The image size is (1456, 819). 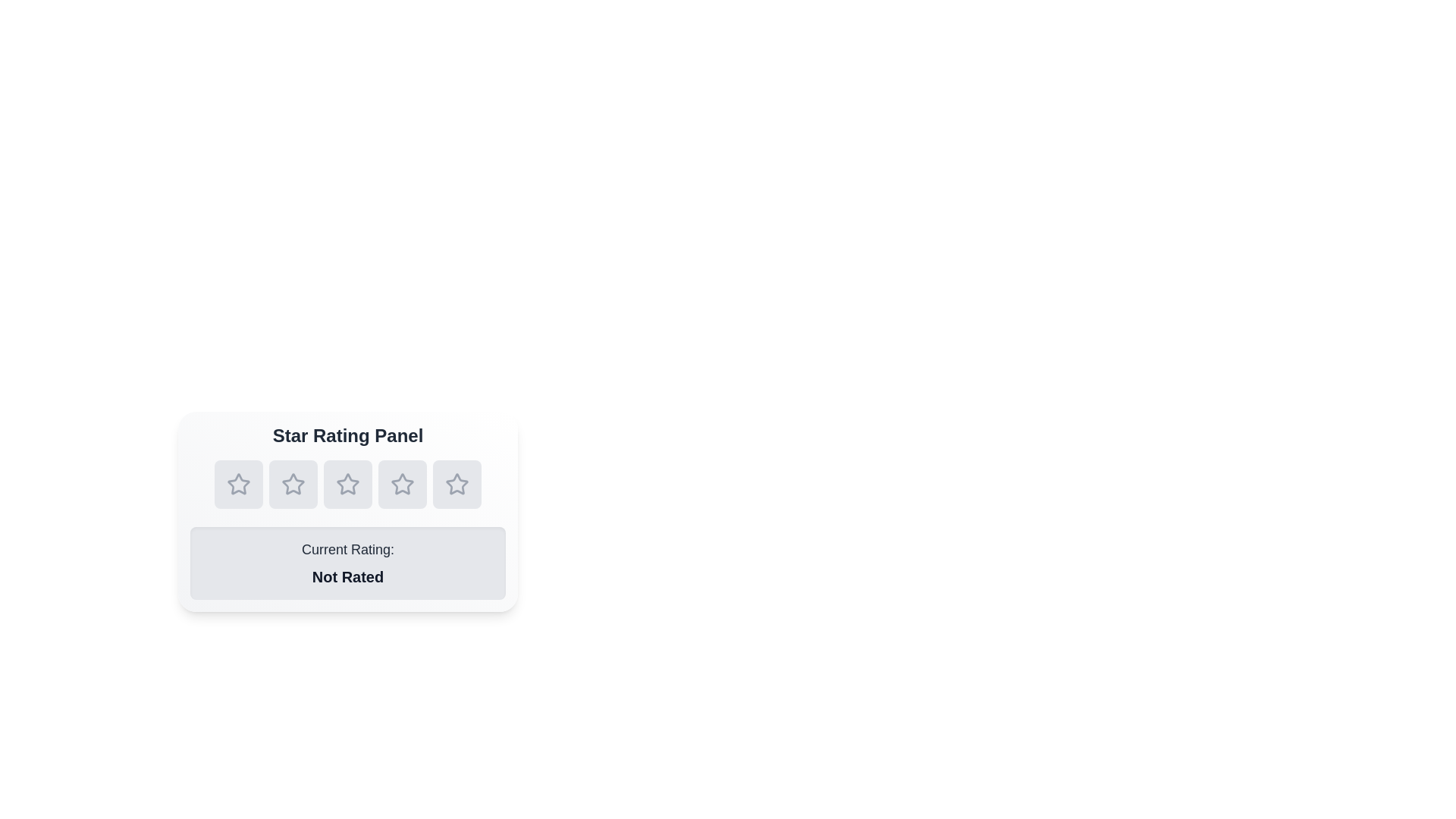 What do you see at coordinates (238, 485) in the screenshot?
I see `the gray star icon in the star rating panel` at bounding box center [238, 485].